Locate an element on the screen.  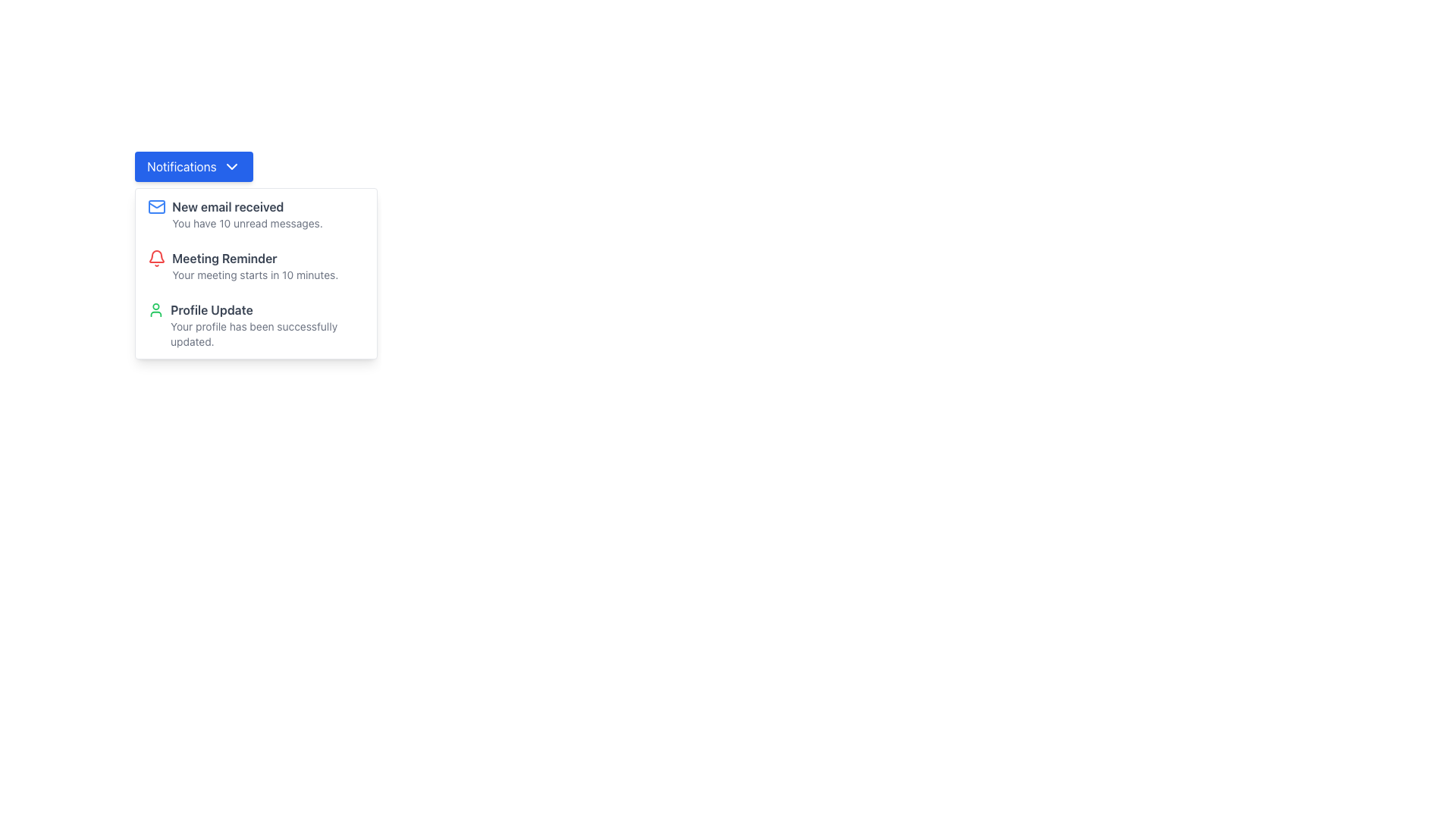
static text displaying 'Your meeting starts in 10 minutes.' located beneath the 'Meeting Reminder' header in the notification list is located at coordinates (255, 275).